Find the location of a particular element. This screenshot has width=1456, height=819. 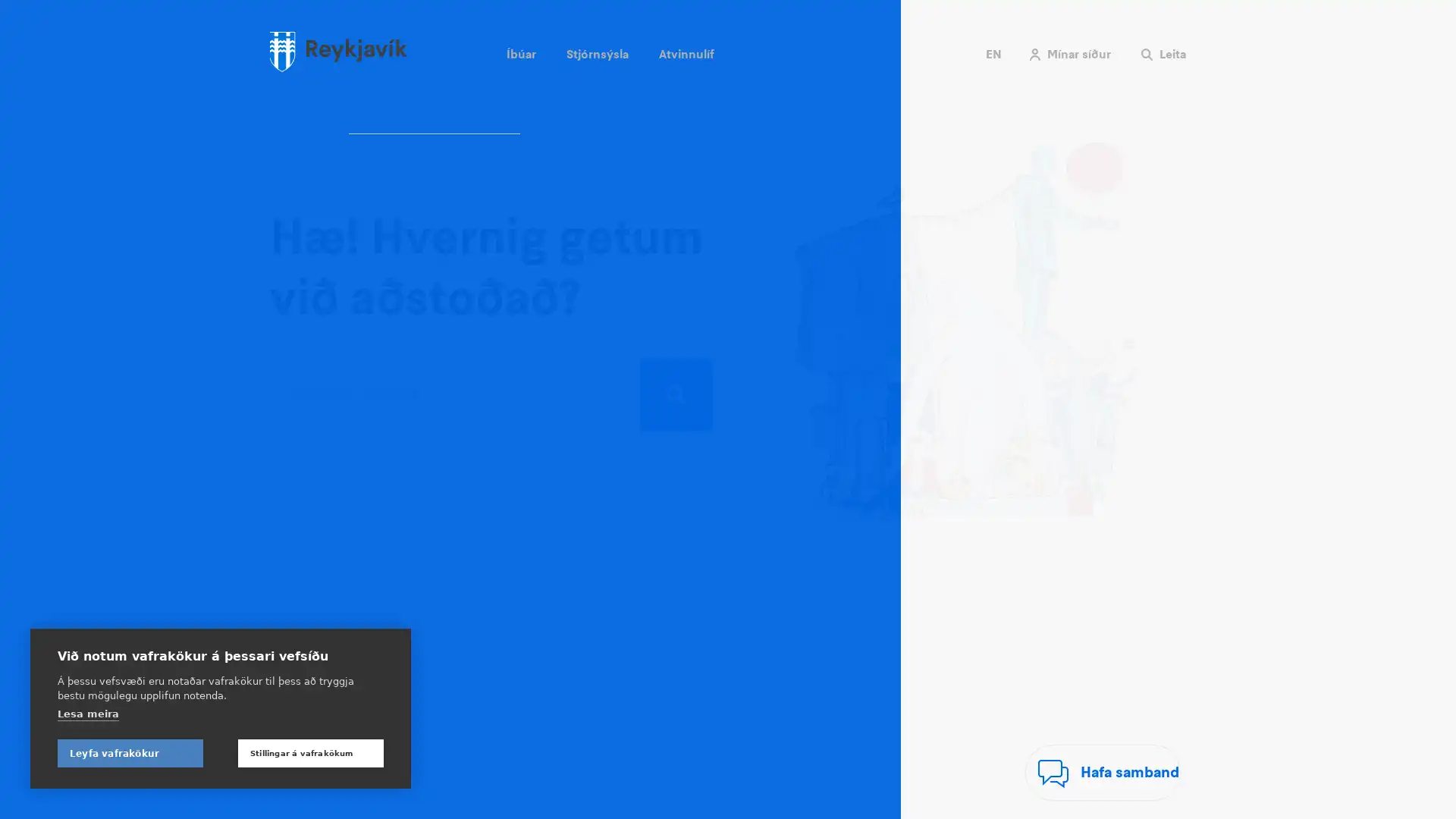

Leita is located at coordinates (676, 394).